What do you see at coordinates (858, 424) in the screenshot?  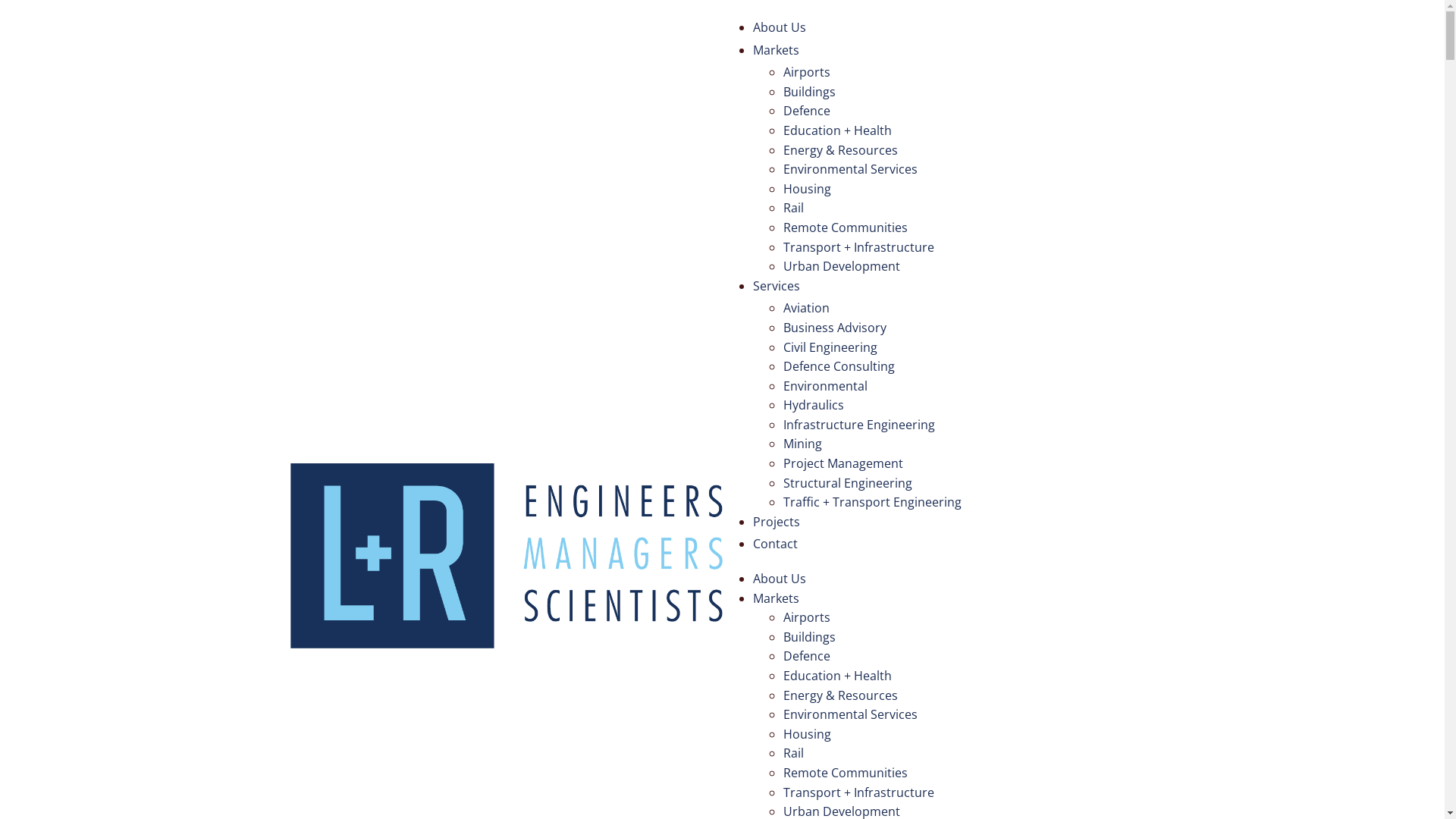 I see `'Infrastructure Engineering'` at bounding box center [858, 424].